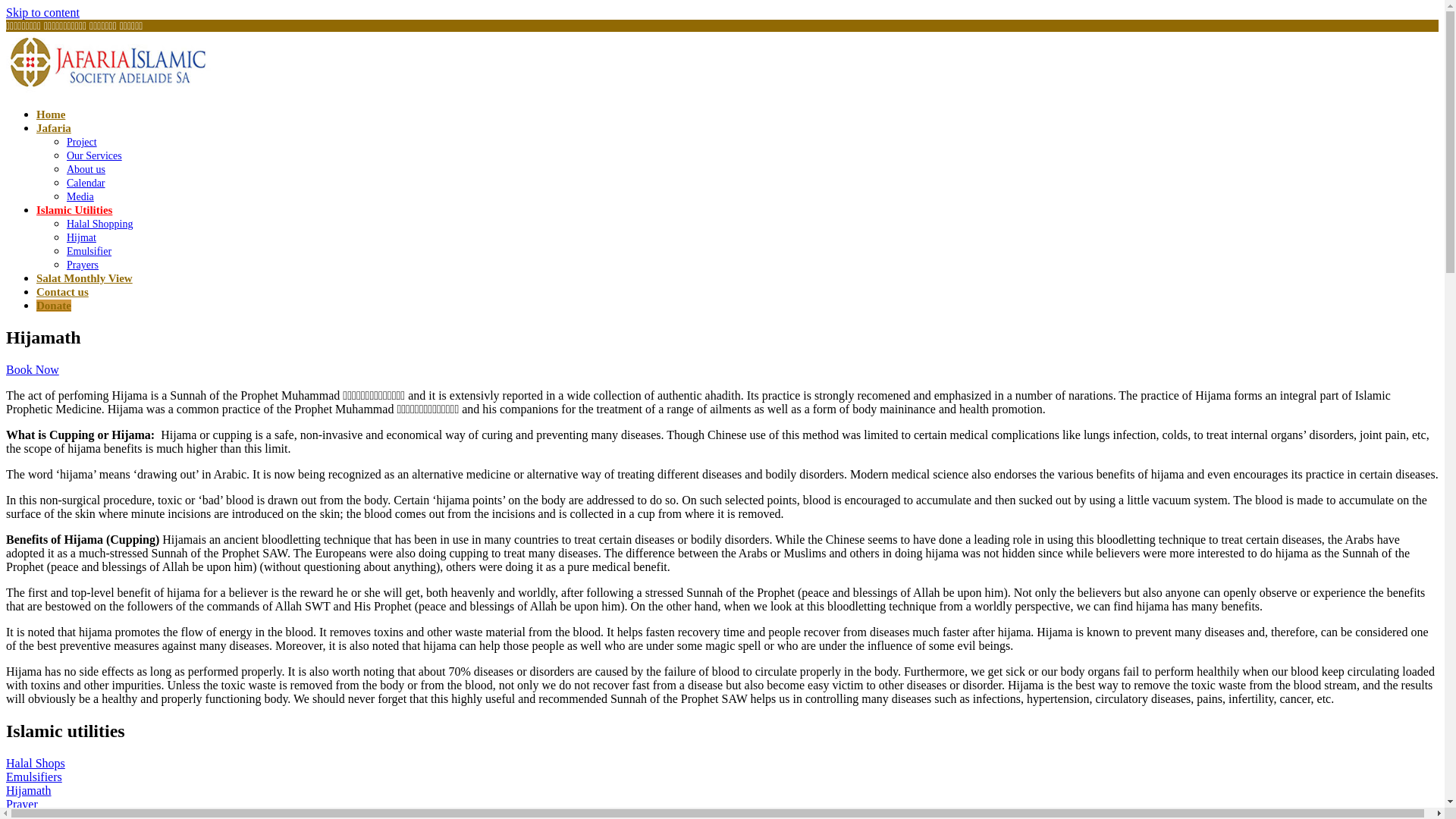  Describe the element at coordinates (93, 155) in the screenshot. I see `'Our Services'` at that location.